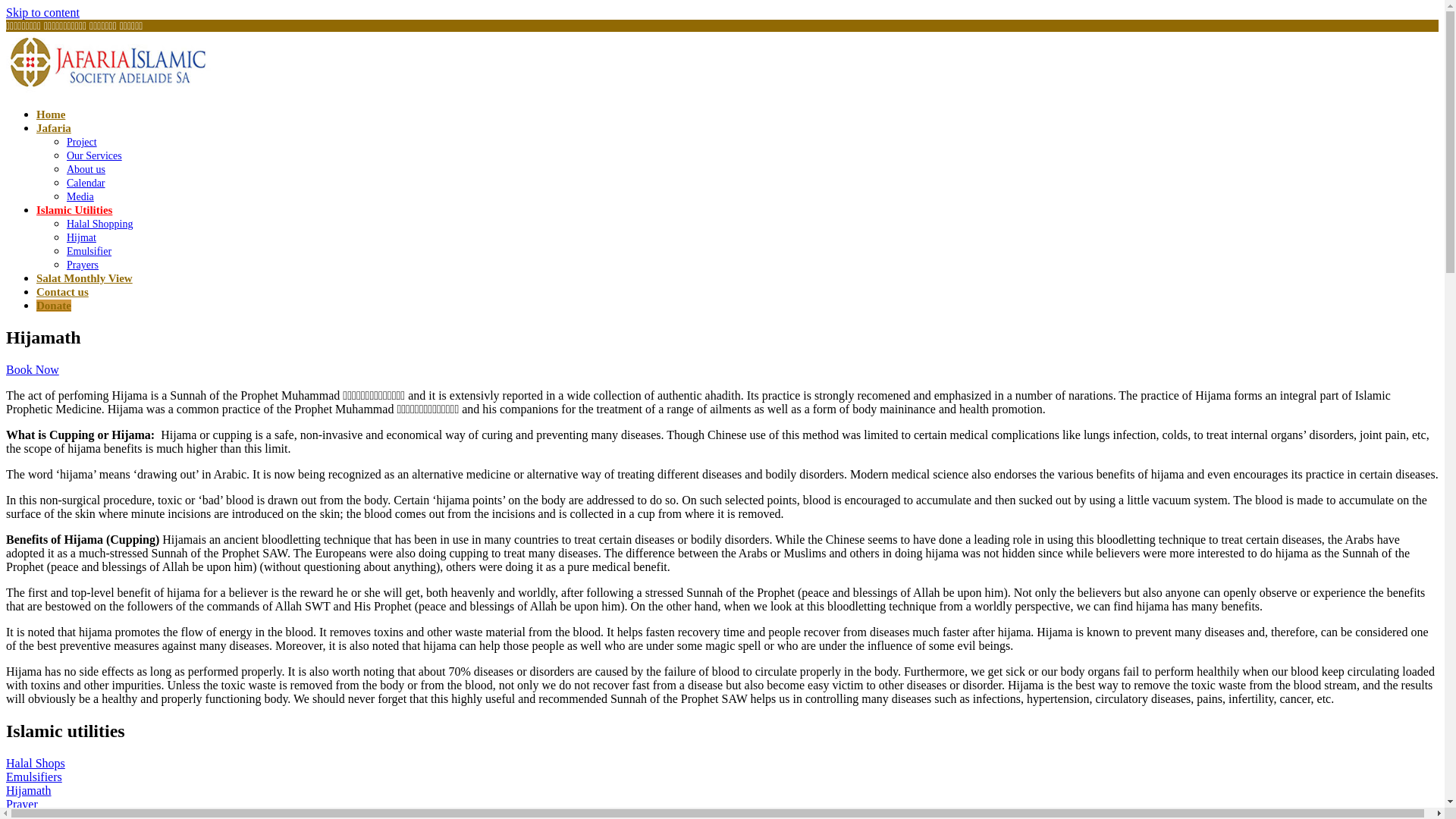  Describe the element at coordinates (93, 155) in the screenshot. I see `'Our Services'` at that location.